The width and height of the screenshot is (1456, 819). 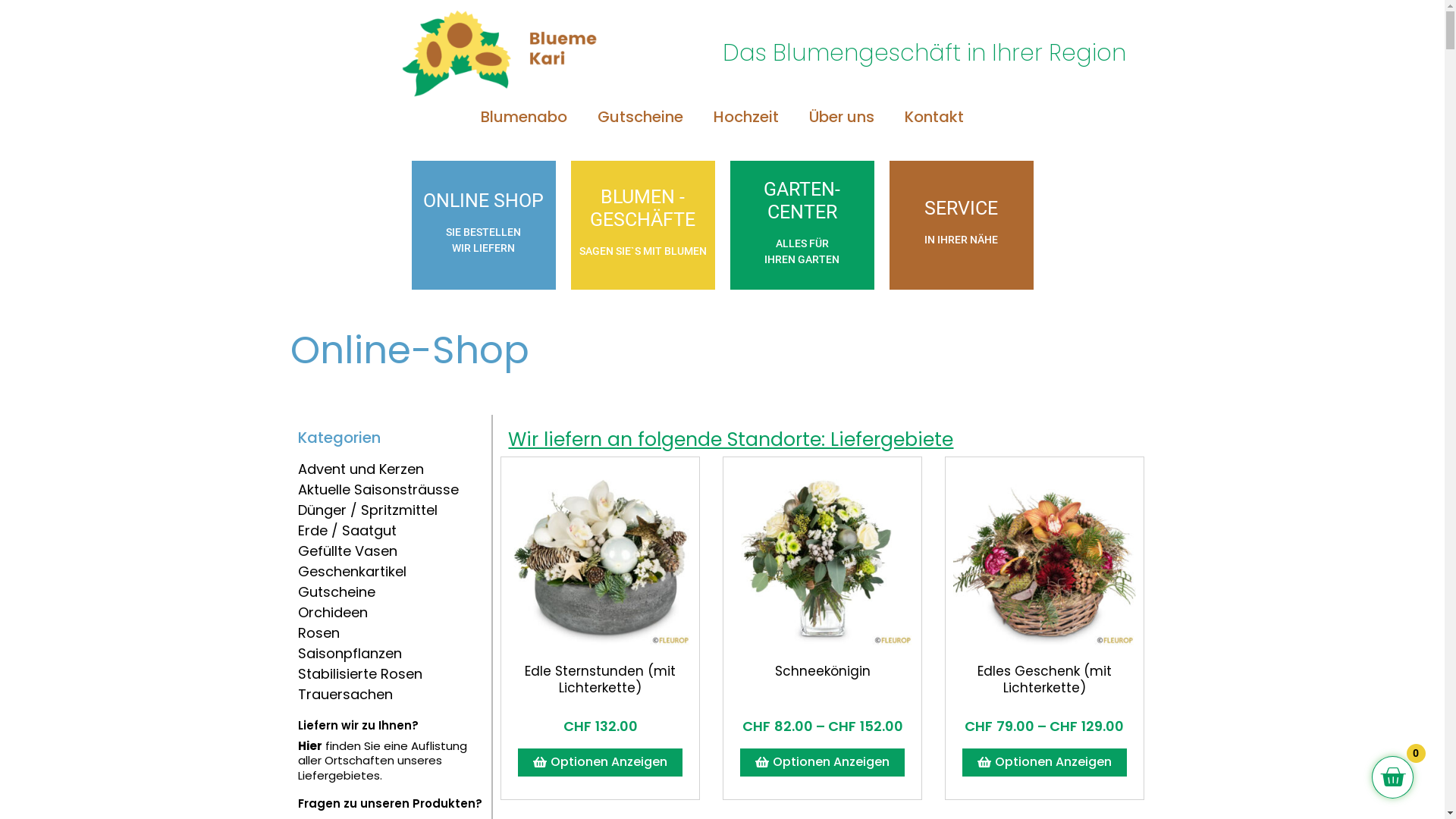 What do you see at coordinates (640, 116) in the screenshot?
I see `'Gutscheine'` at bounding box center [640, 116].